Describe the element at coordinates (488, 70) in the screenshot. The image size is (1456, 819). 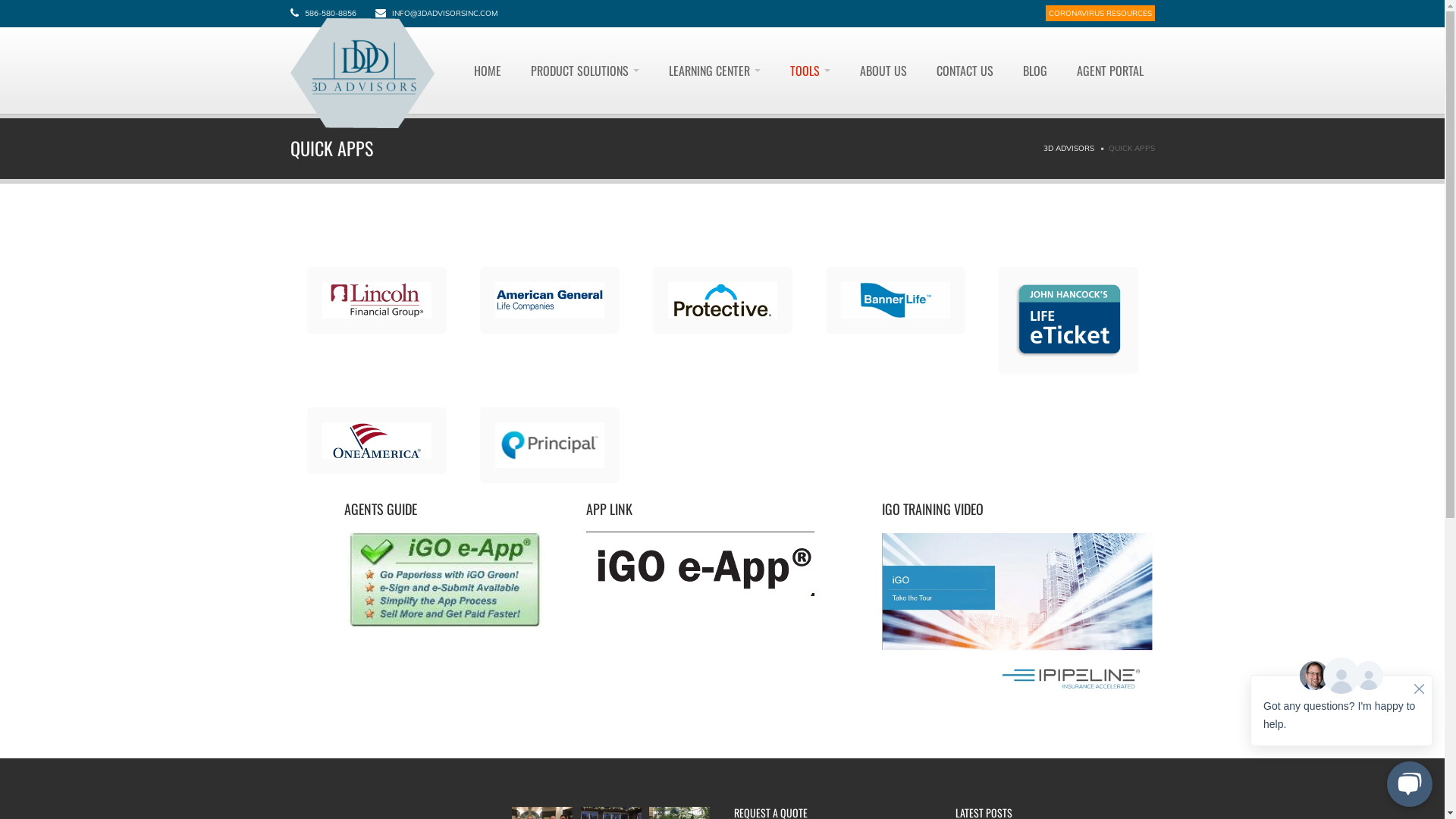
I see `'HOME'` at that location.